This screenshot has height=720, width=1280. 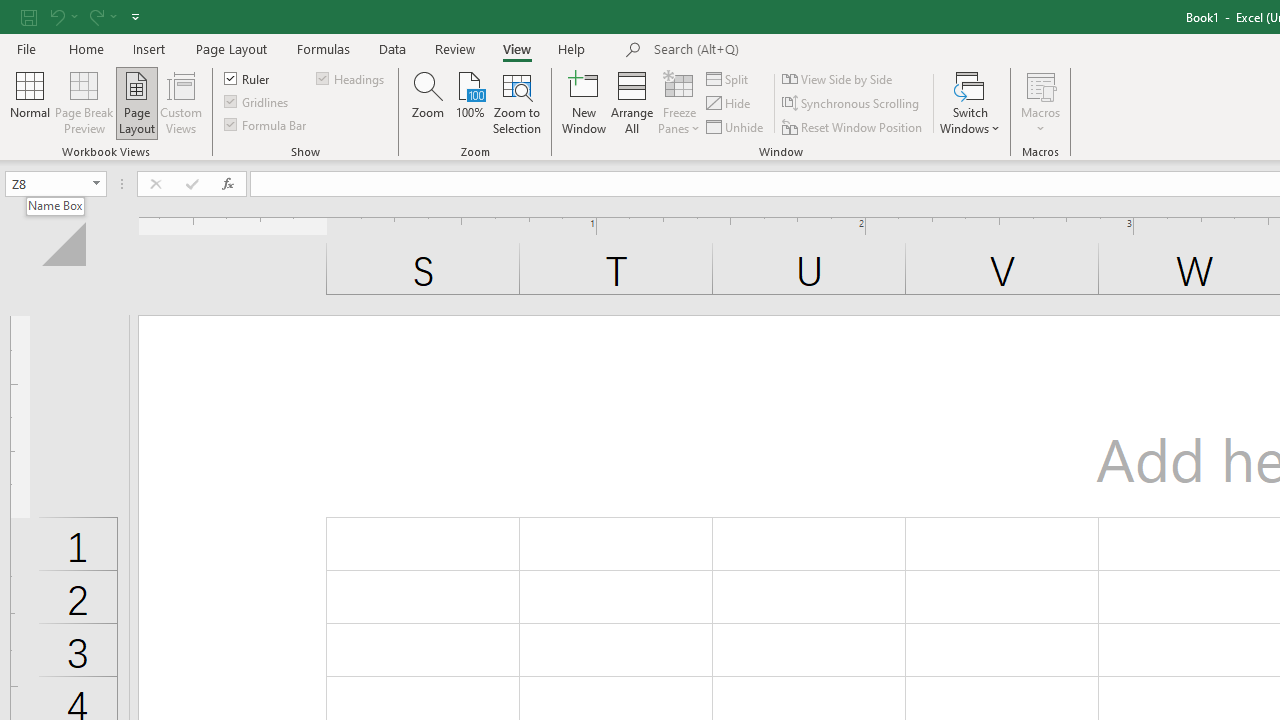 I want to click on 'Gridlines', so click(x=256, y=101).